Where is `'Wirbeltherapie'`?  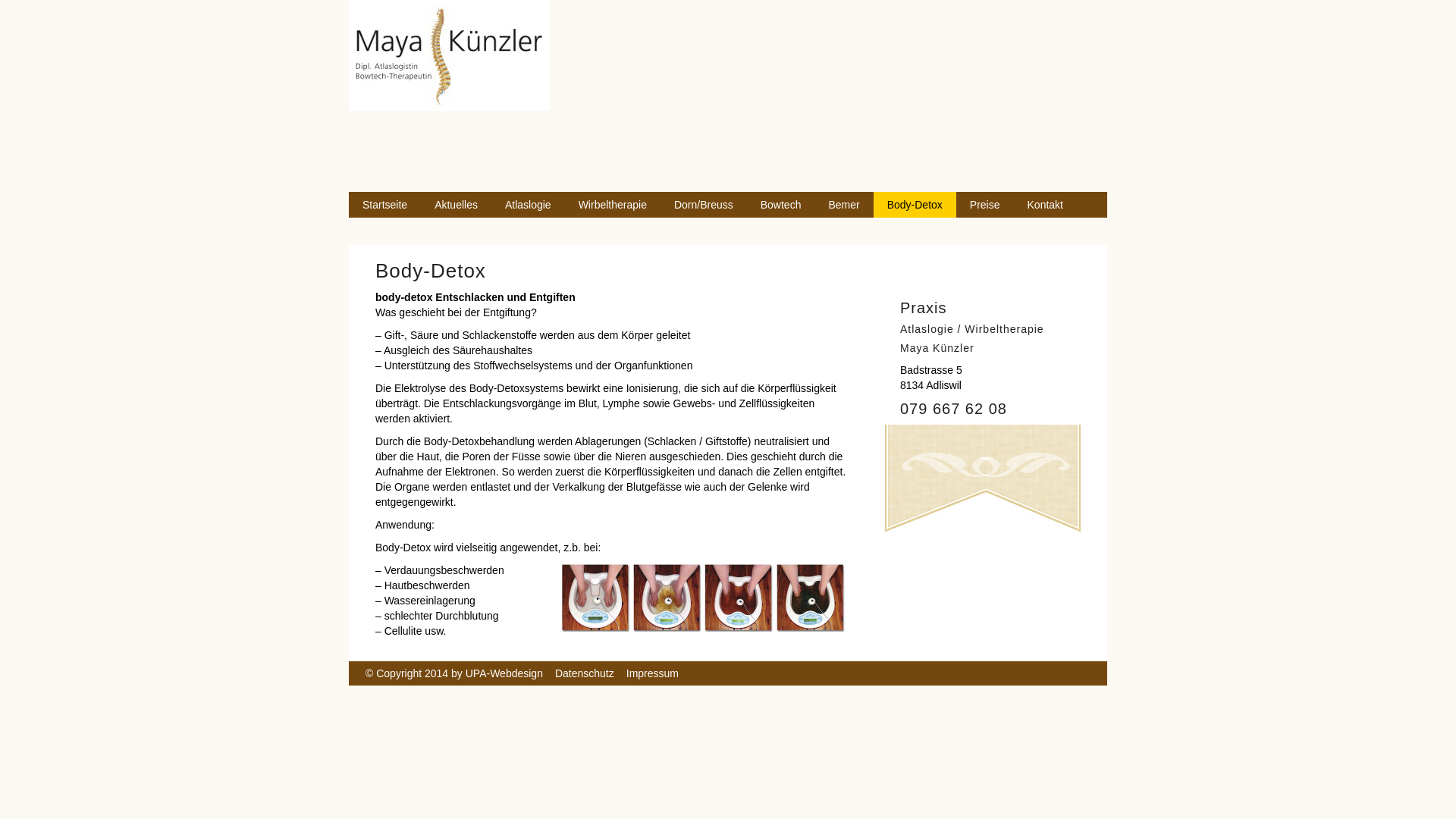
'Wirbeltherapie' is located at coordinates (612, 205).